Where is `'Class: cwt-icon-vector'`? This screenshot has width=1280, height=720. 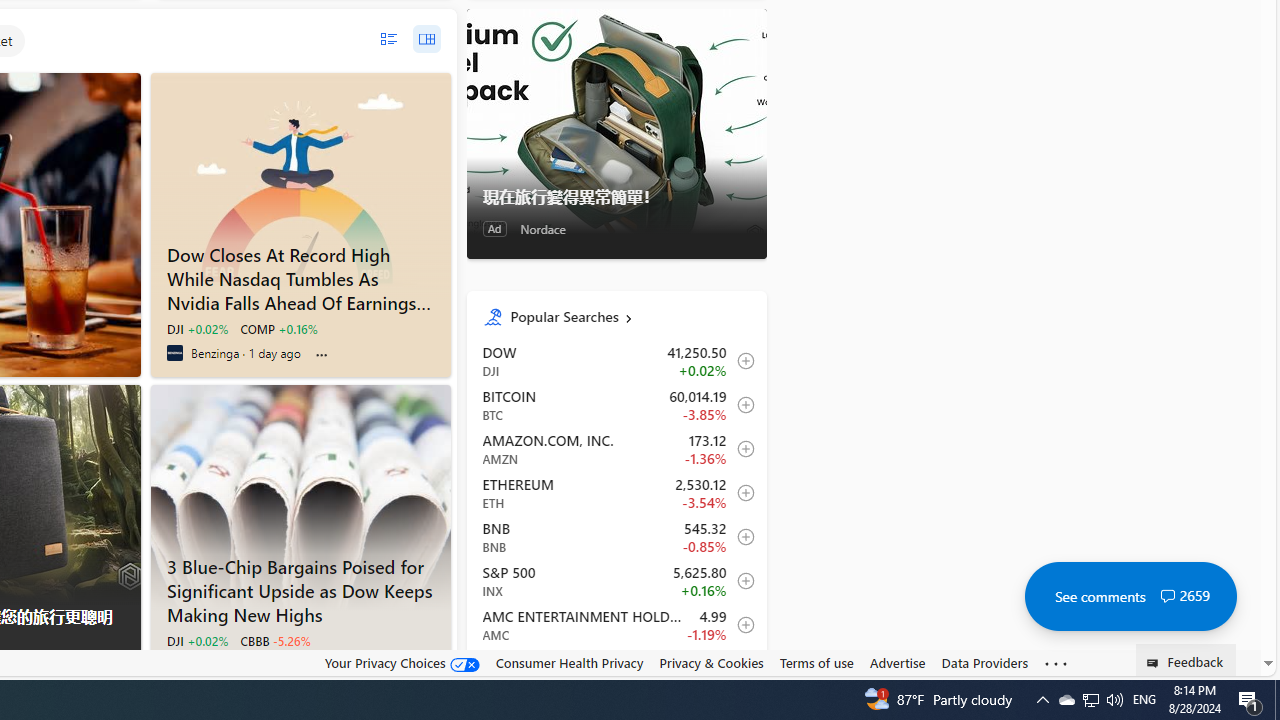 'Class: cwt-icon-vector' is located at coordinates (1167, 595).